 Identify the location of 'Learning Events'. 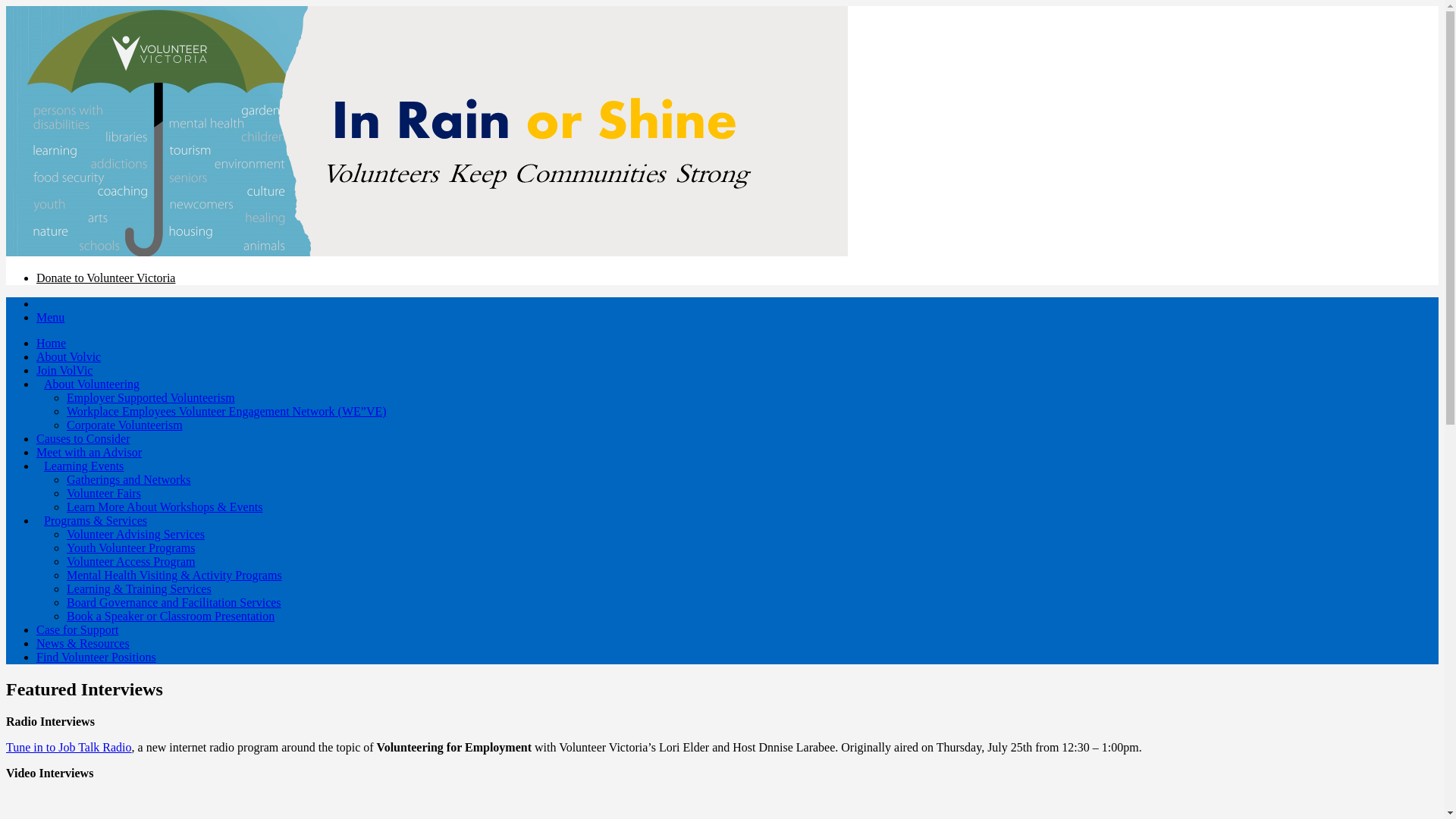
(83, 465).